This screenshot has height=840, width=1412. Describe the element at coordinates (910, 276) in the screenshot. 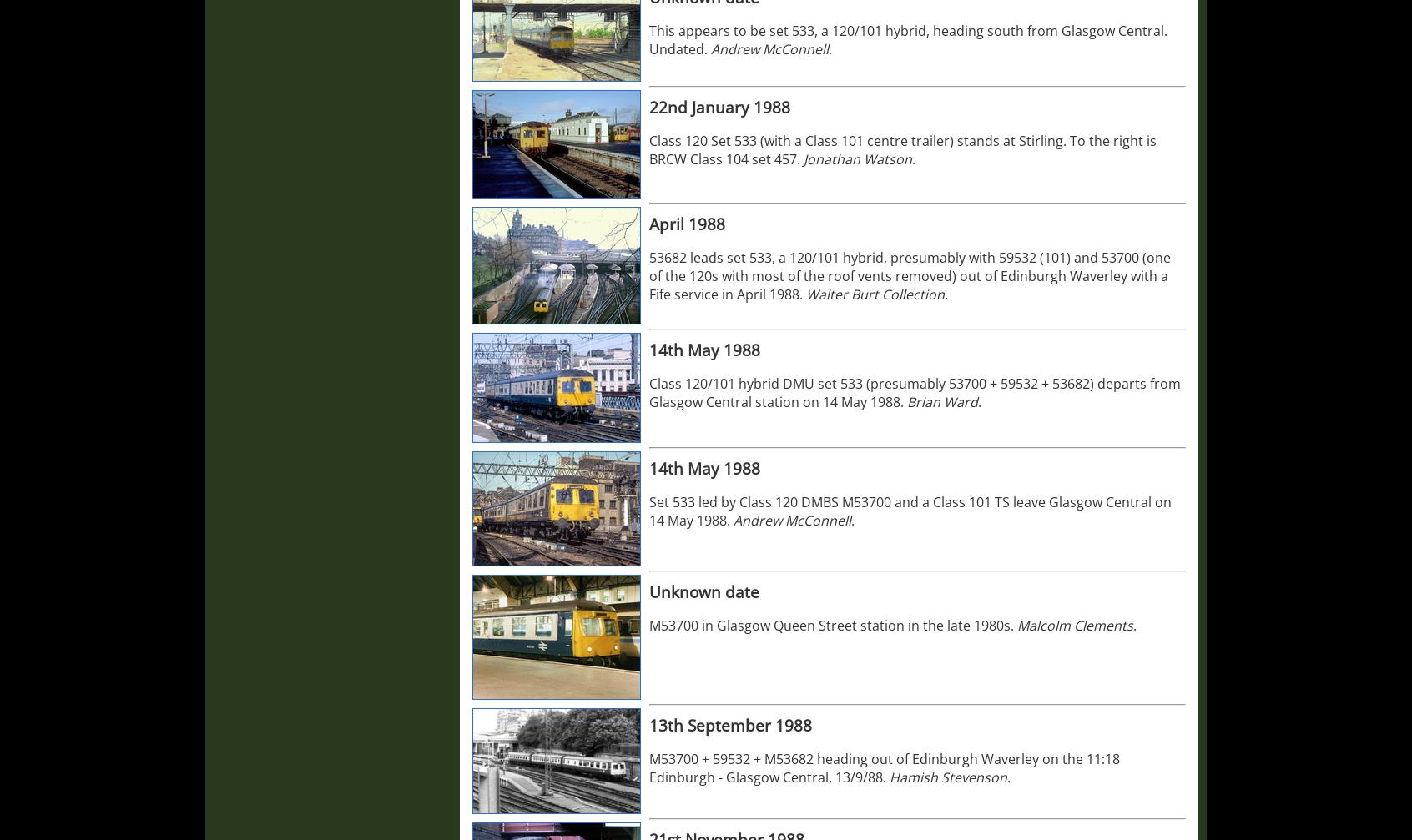

I see `'53682 leads set 533, a 120/101 hybrid, presumably with 59532 (101) and 53700 (one of the 120s with most of the roof vents removed) out of Edinburgh Waverley with a Fife service in April 1988.'` at that location.